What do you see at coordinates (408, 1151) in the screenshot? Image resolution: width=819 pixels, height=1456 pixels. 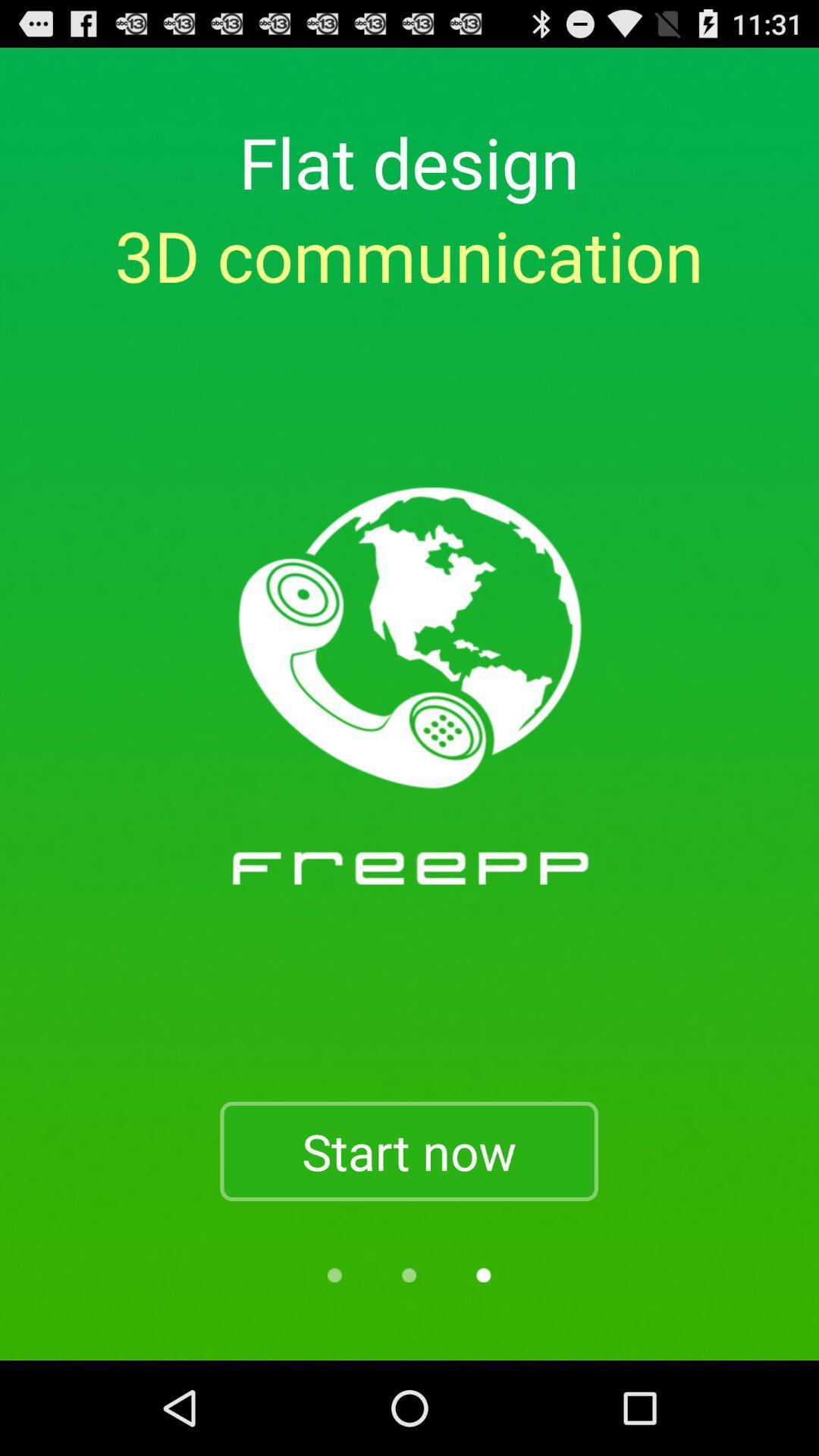 I see `start now` at bounding box center [408, 1151].